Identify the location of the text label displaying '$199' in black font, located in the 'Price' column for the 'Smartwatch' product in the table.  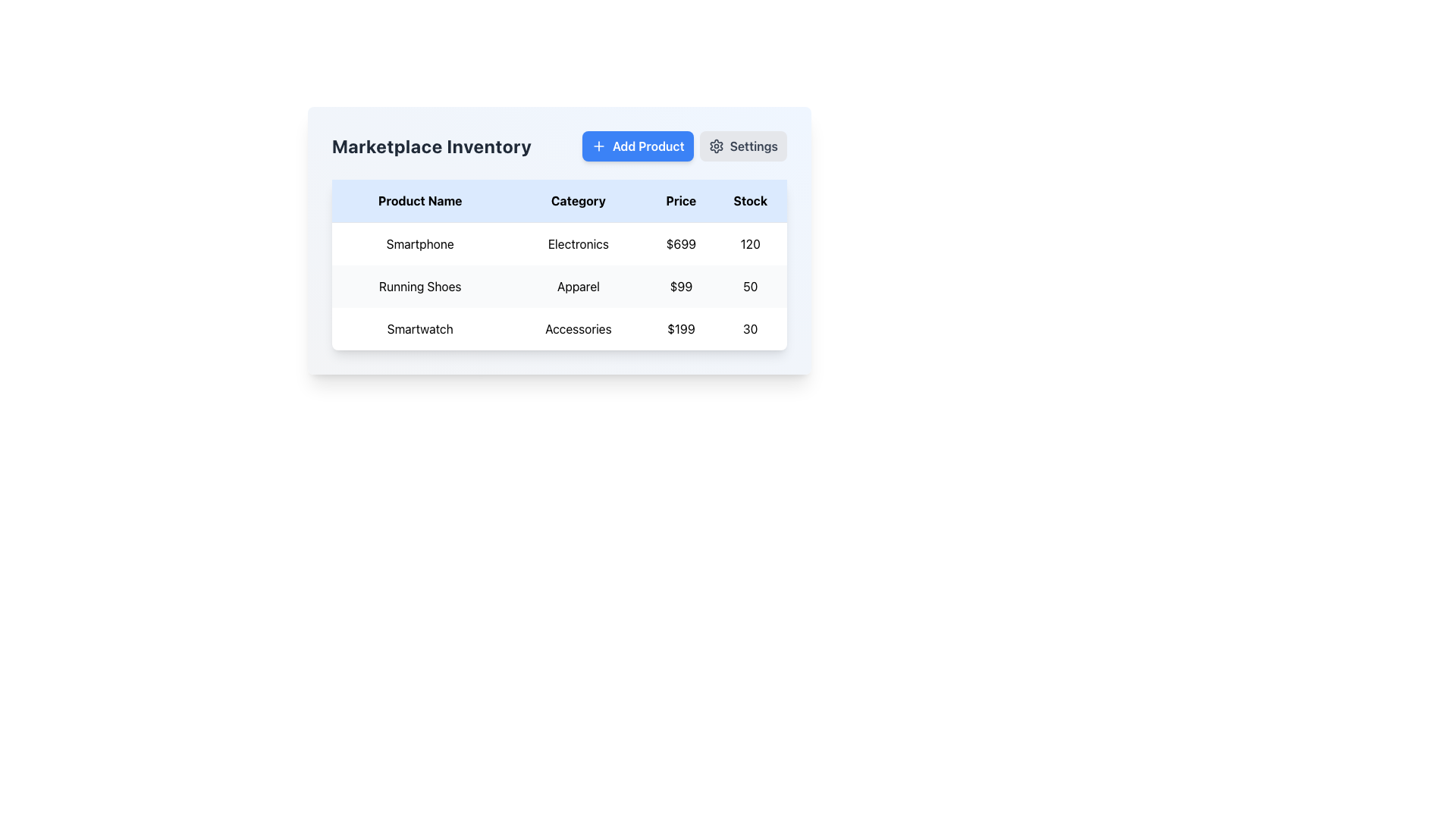
(680, 328).